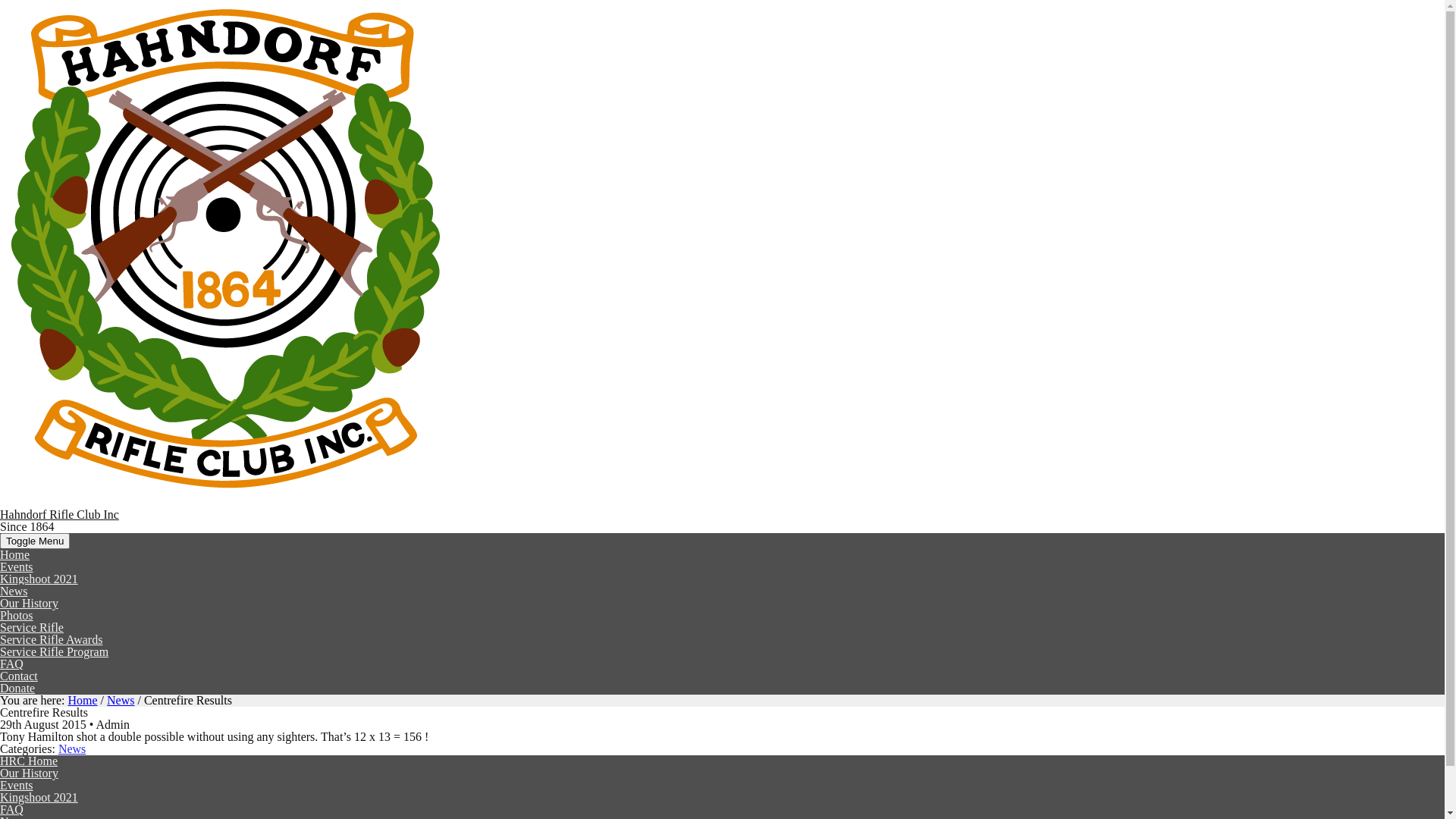 This screenshot has height=819, width=1456. Describe the element at coordinates (29, 761) in the screenshot. I see `'HRC Home'` at that location.